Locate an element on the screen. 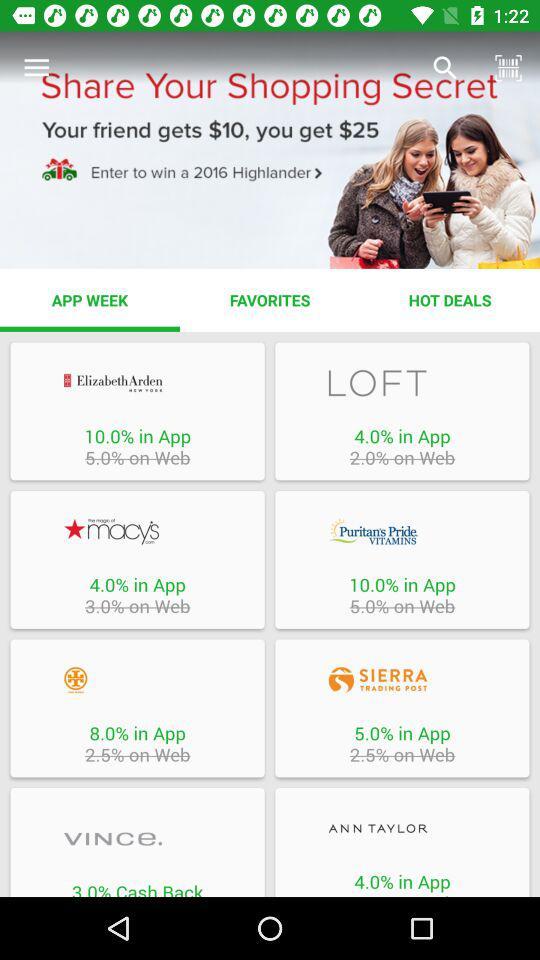 This screenshot has width=540, height=960. brand collection is located at coordinates (136, 839).